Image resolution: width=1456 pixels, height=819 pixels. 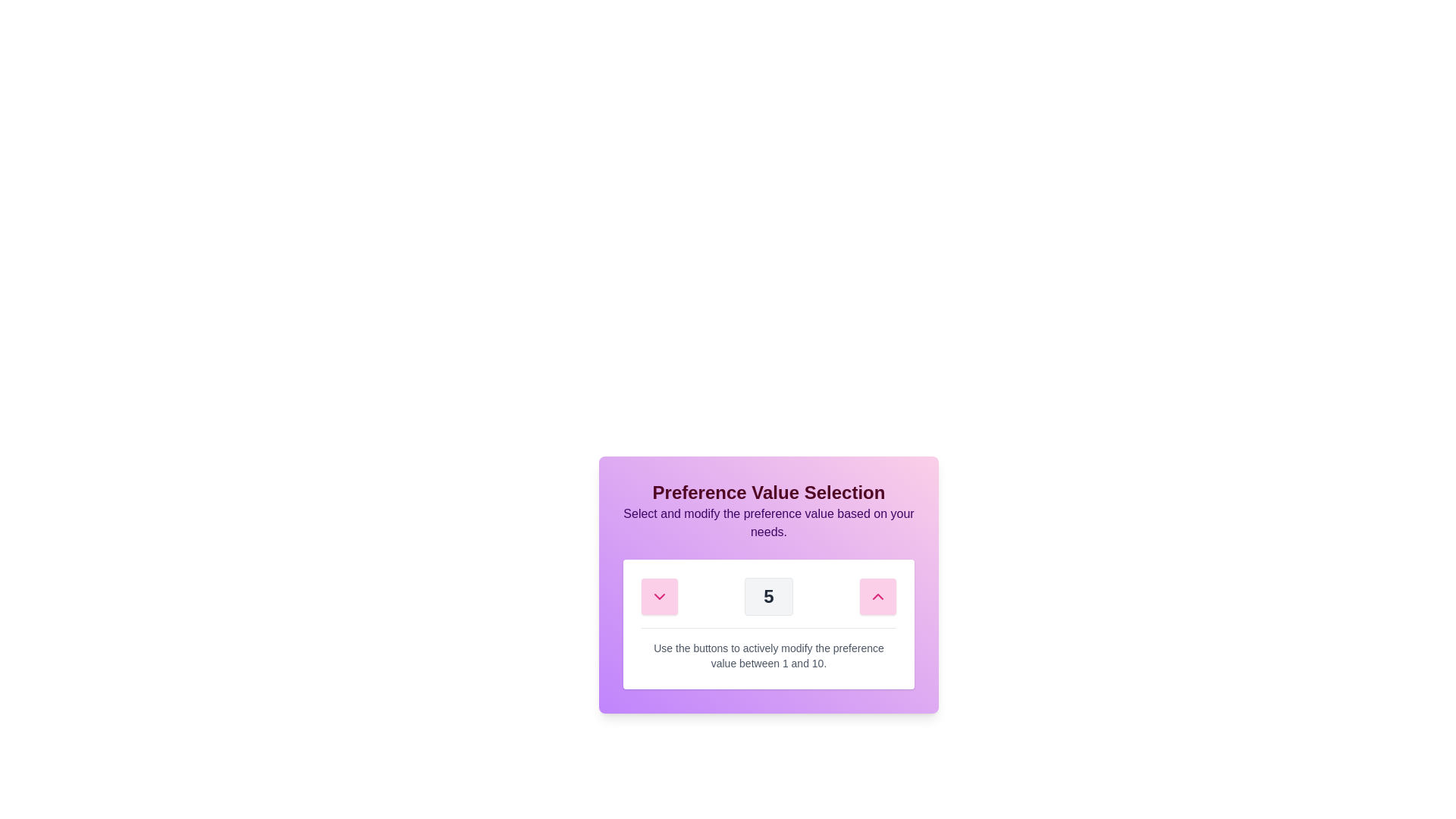 What do you see at coordinates (768, 522) in the screenshot?
I see `the instructional text element located beneath the 'Preference Value Selection' title to provide guidance for modifying preference values` at bounding box center [768, 522].